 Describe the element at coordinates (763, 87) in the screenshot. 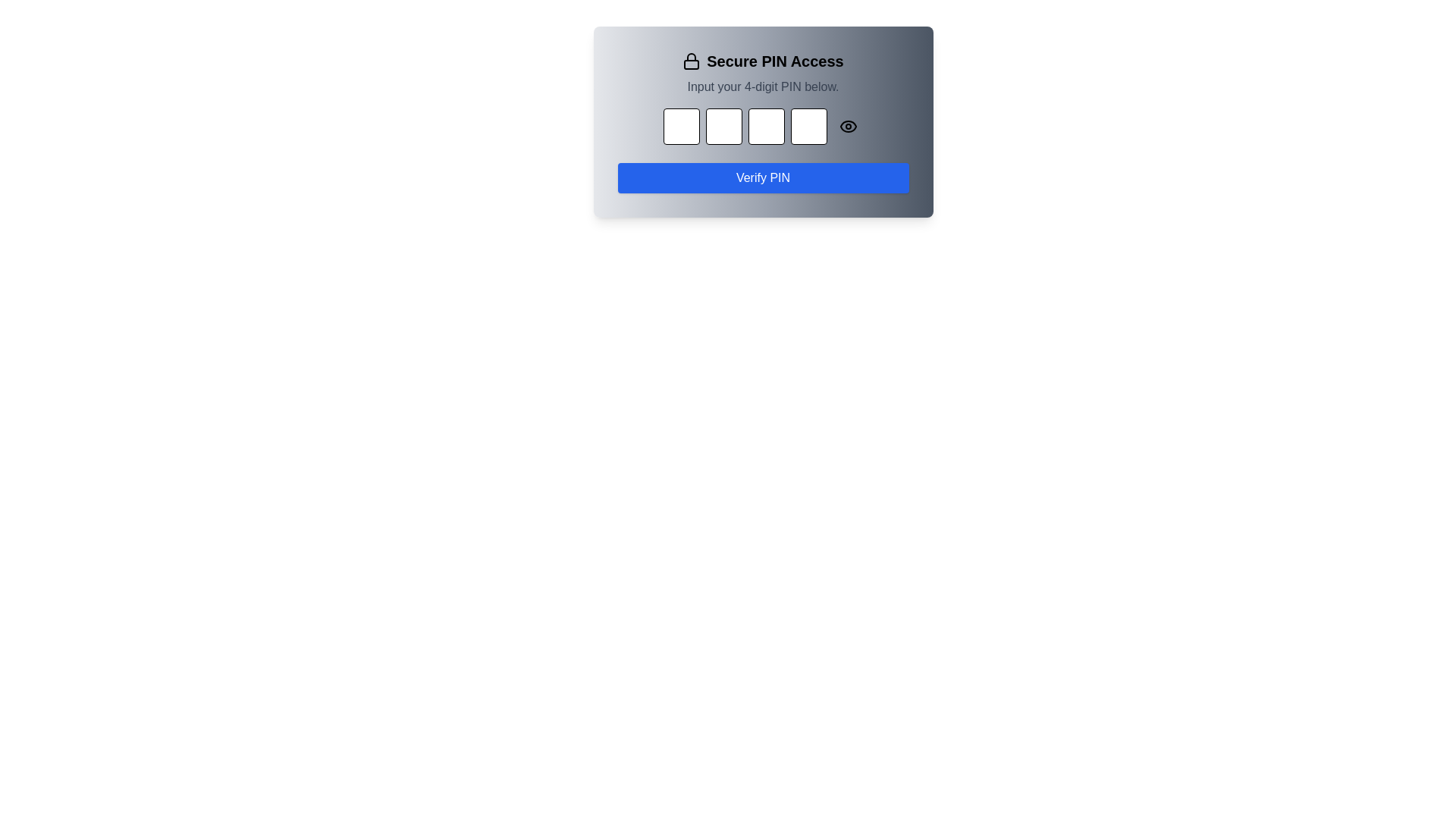

I see `the instructional text label that guides the user to enter their 4-digit PIN, which is positioned beneath the header 'Secure PIN Access'` at that location.